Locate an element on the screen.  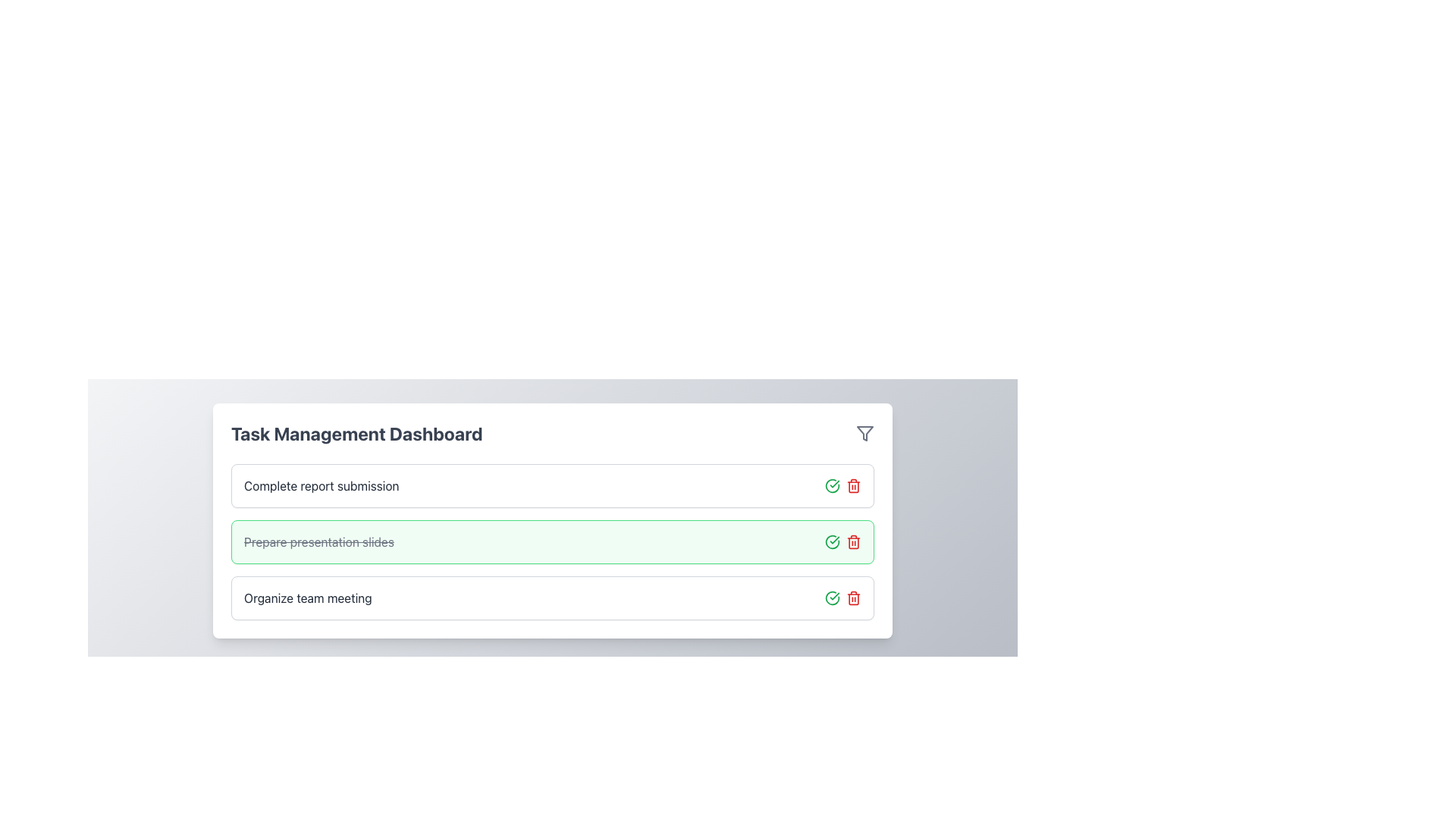
the green circular icon with a checkmark in the interactive task list of the task management dashboard, located to the left of the red delete icon in the second task row (Prepare presentation slides) is located at coordinates (832, 541).